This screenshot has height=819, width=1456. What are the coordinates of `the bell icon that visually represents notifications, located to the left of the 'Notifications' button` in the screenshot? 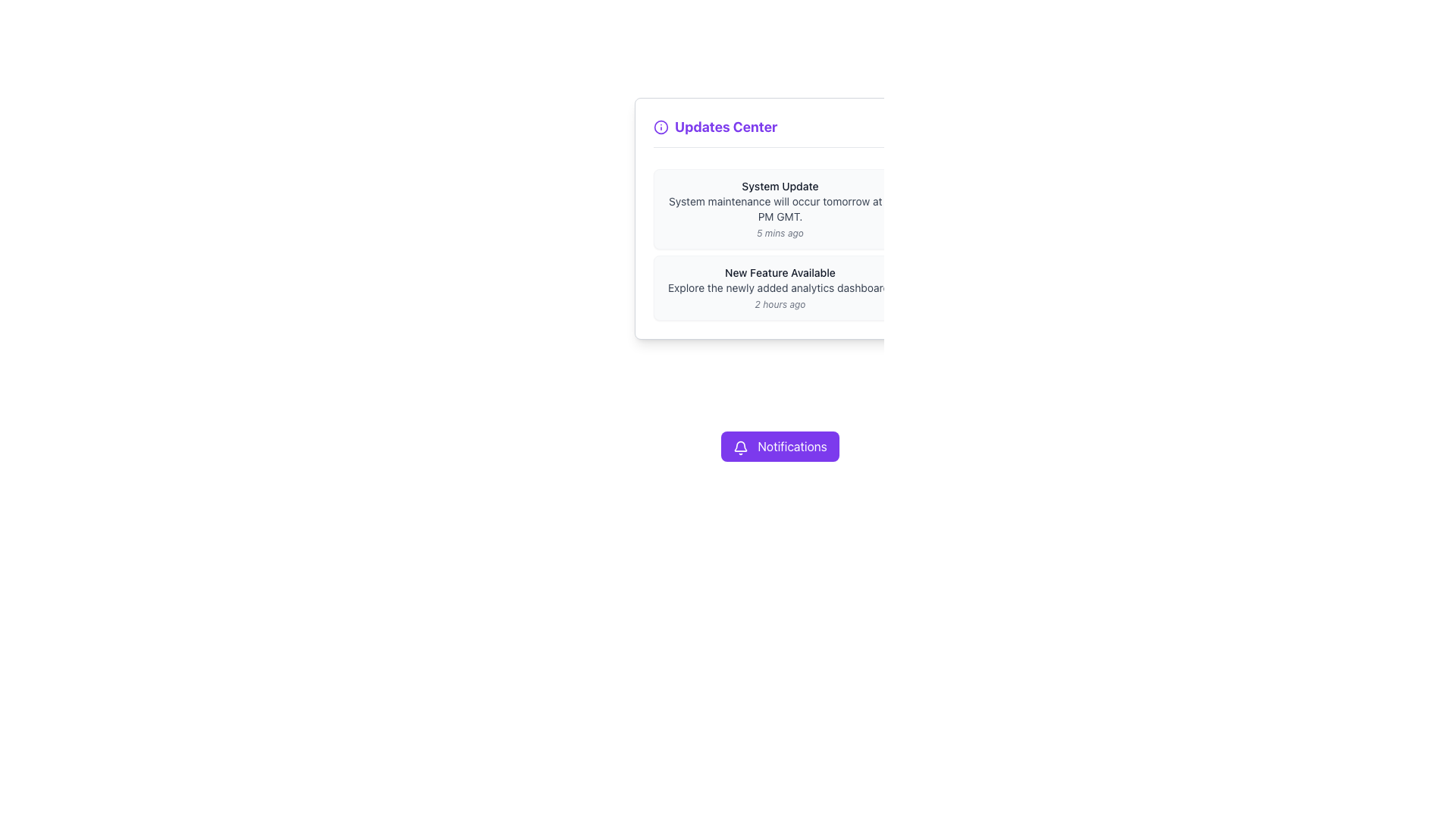 It's located at (741, 447).